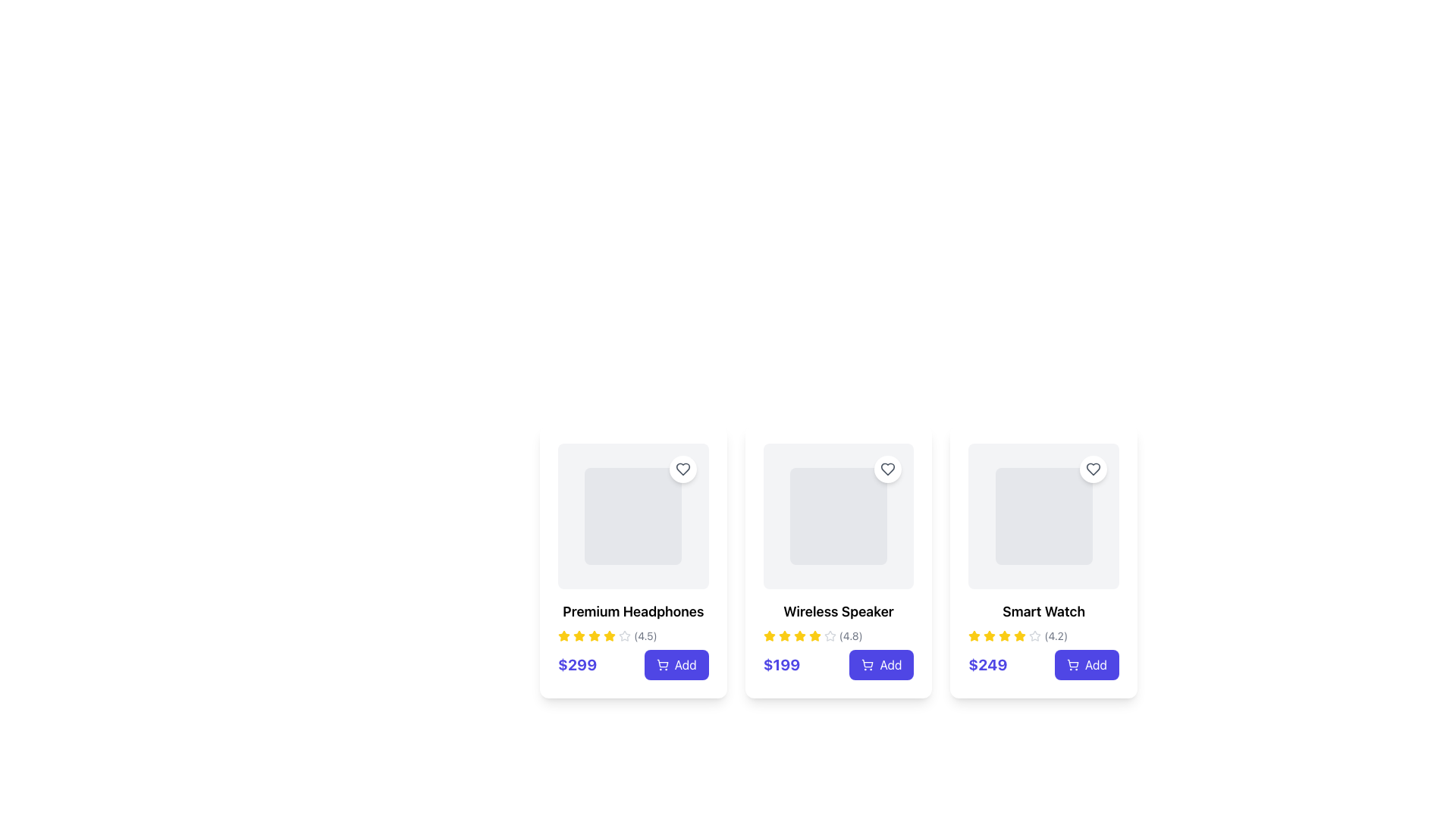 The image size is (1456, 819). I want to click on the bold yellow star icon, which is the second star, so click(783, 636).